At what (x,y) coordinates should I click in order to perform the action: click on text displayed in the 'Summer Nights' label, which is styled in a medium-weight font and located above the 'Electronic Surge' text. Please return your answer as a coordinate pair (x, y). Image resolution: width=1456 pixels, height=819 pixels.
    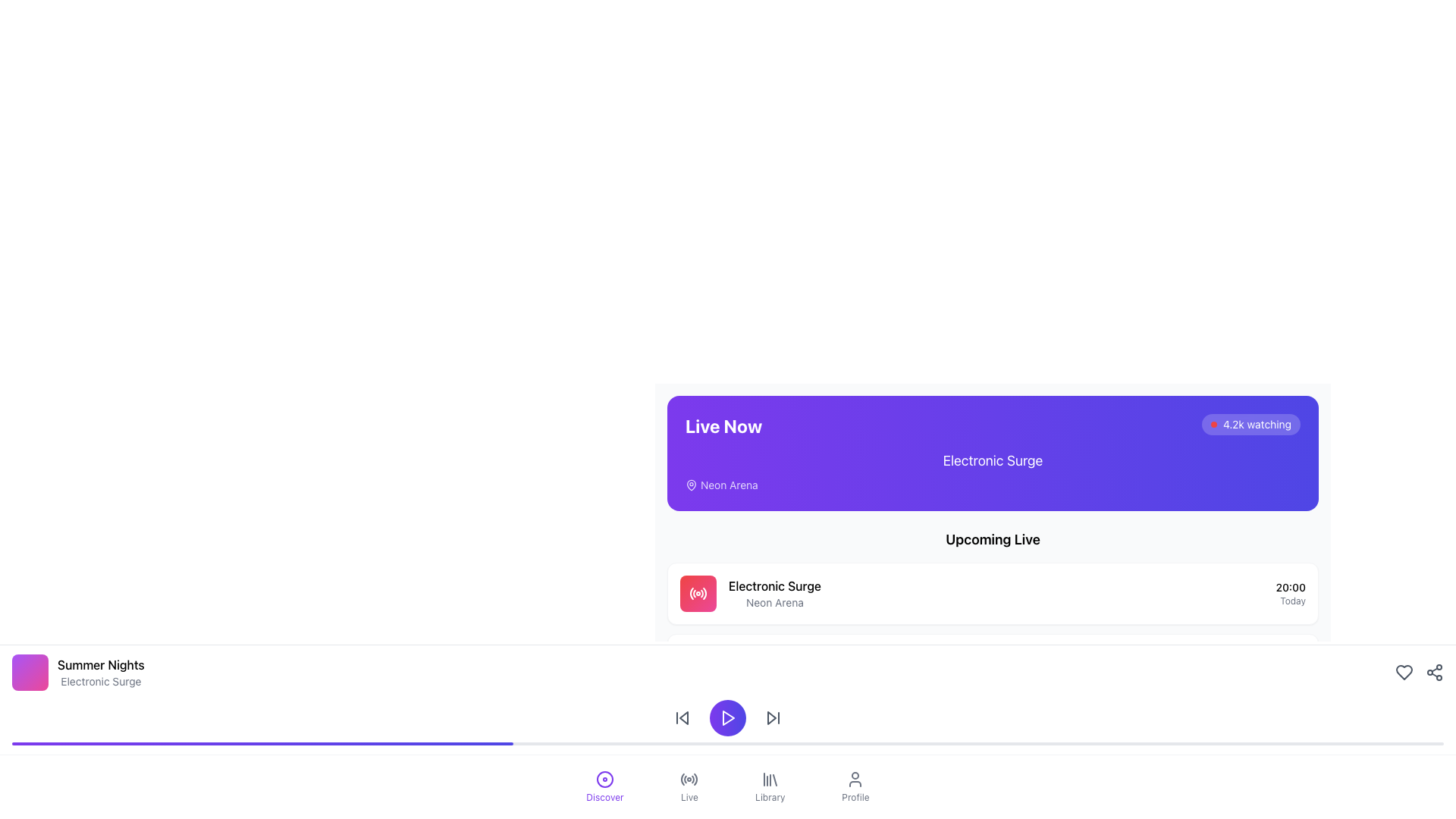
    Looking at the image, I should click on (100, 664).